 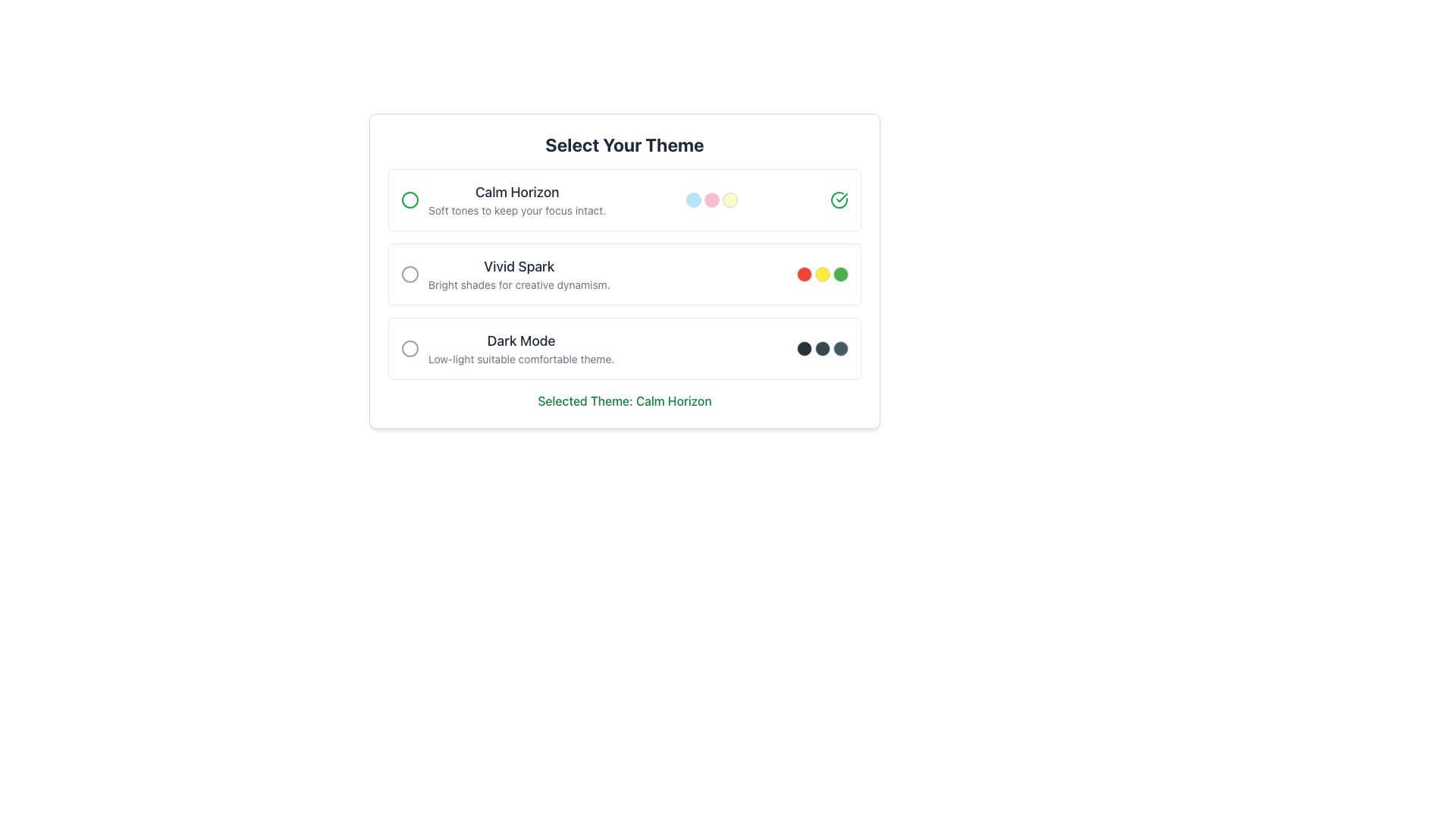 What do you see at coordinates (625, 199) in the screenshot?
I see `the 'Calm Horizon' theme card, which is the first entry in a vertical list of theme options` at bounding box center [625, 199].